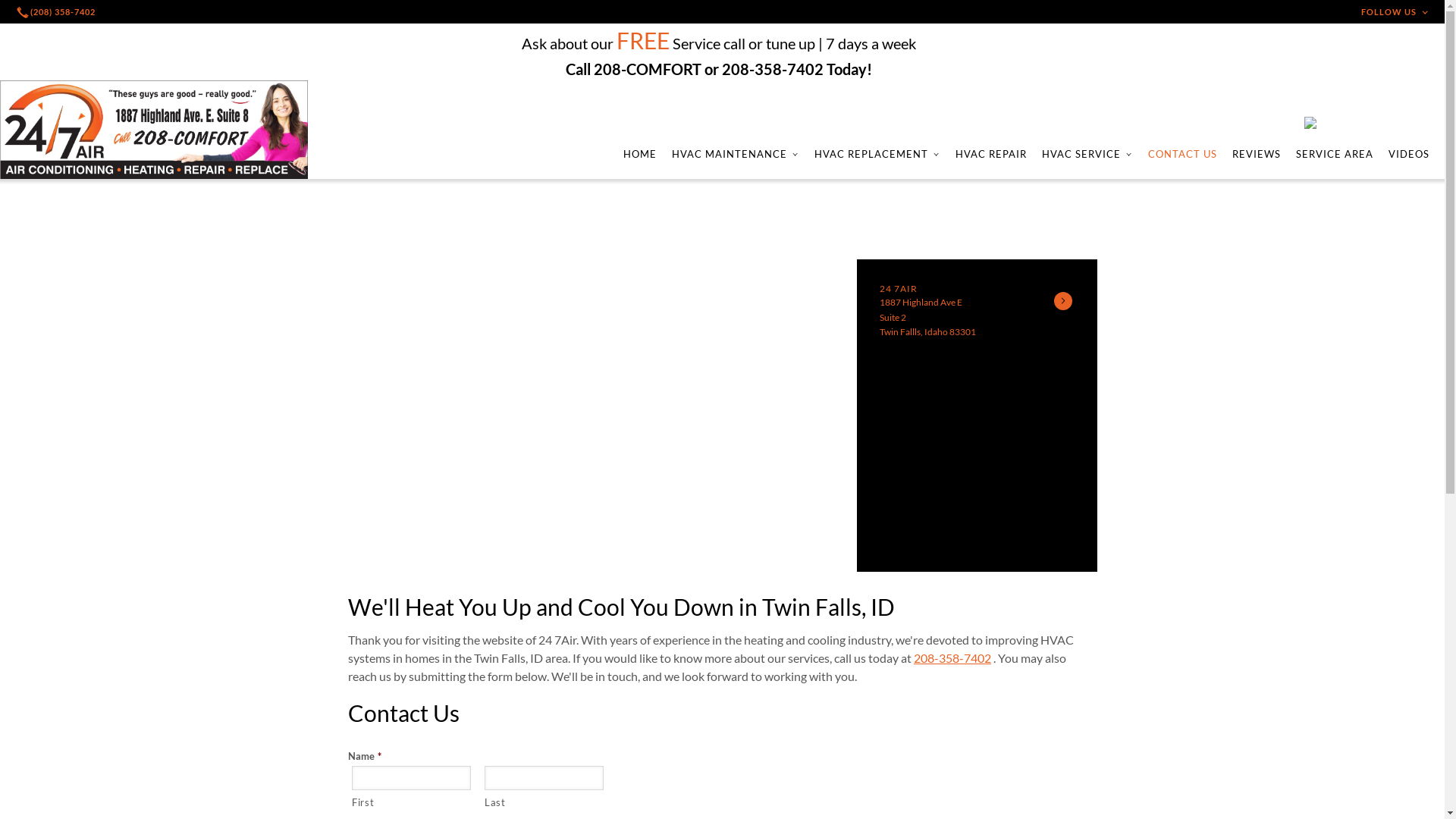  I want to click on '208-358-7402', so click(952, 657).